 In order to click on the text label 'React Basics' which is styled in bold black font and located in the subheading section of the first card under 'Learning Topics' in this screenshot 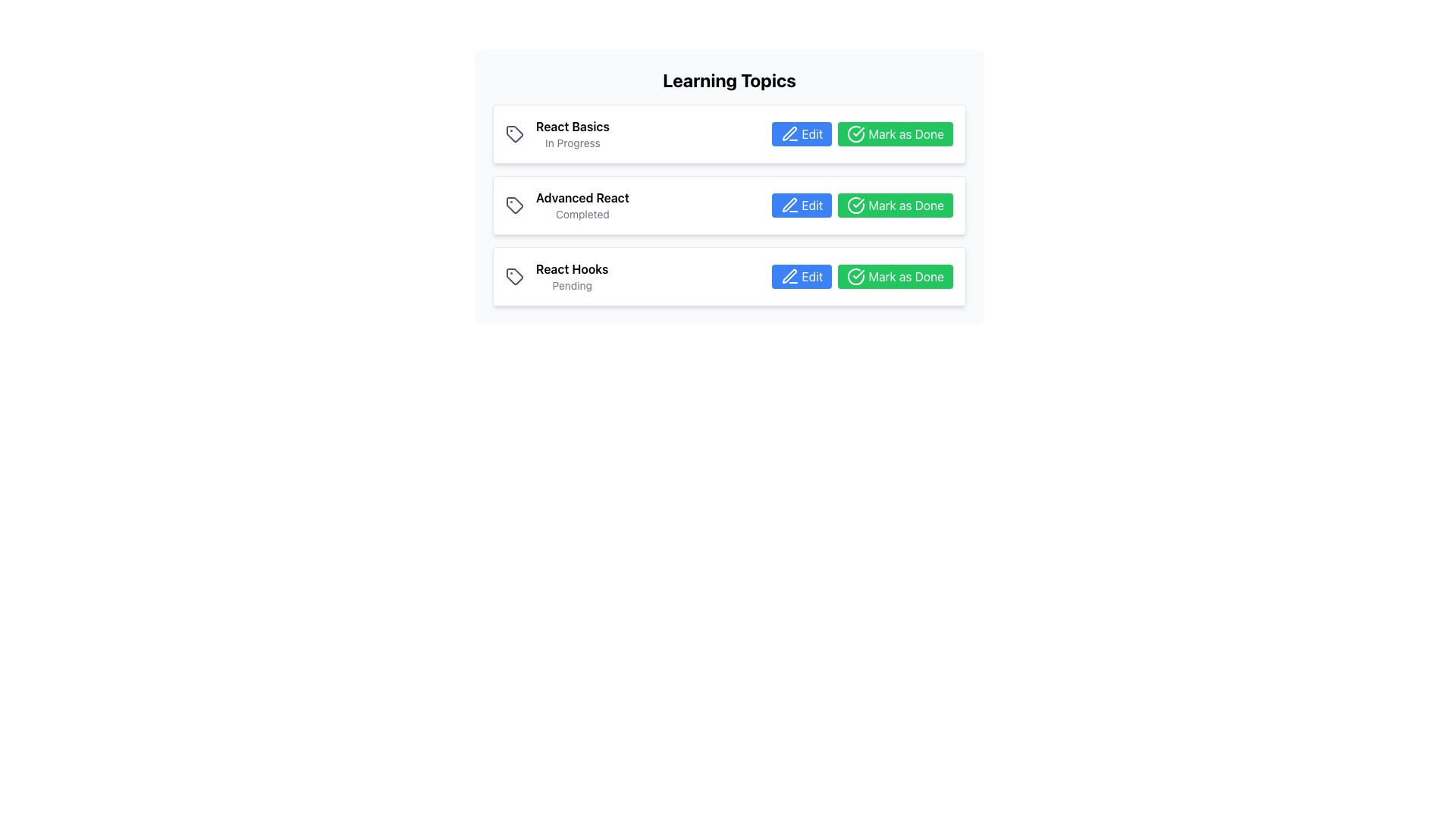, I will do `click(572, 125)`.